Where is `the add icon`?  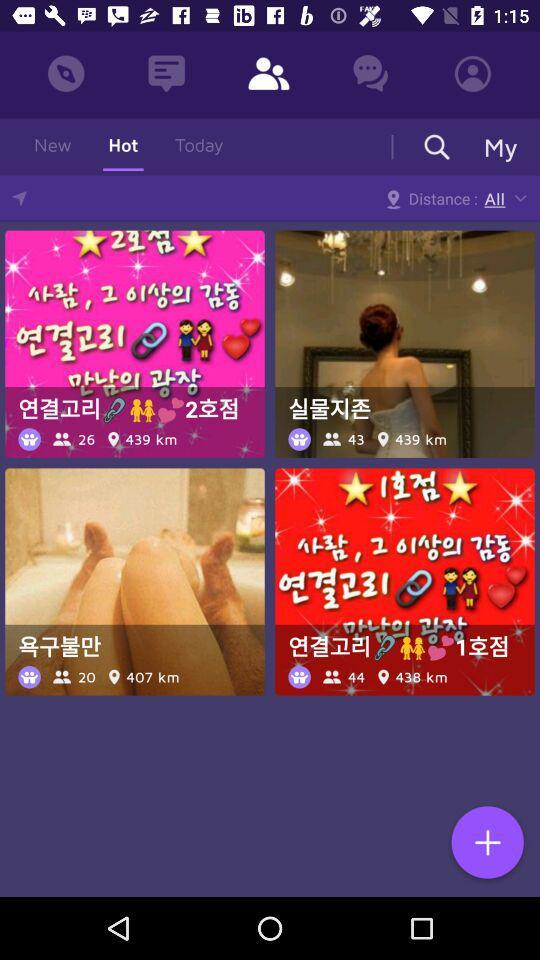
the add icon is located at coordinates (486, 843).